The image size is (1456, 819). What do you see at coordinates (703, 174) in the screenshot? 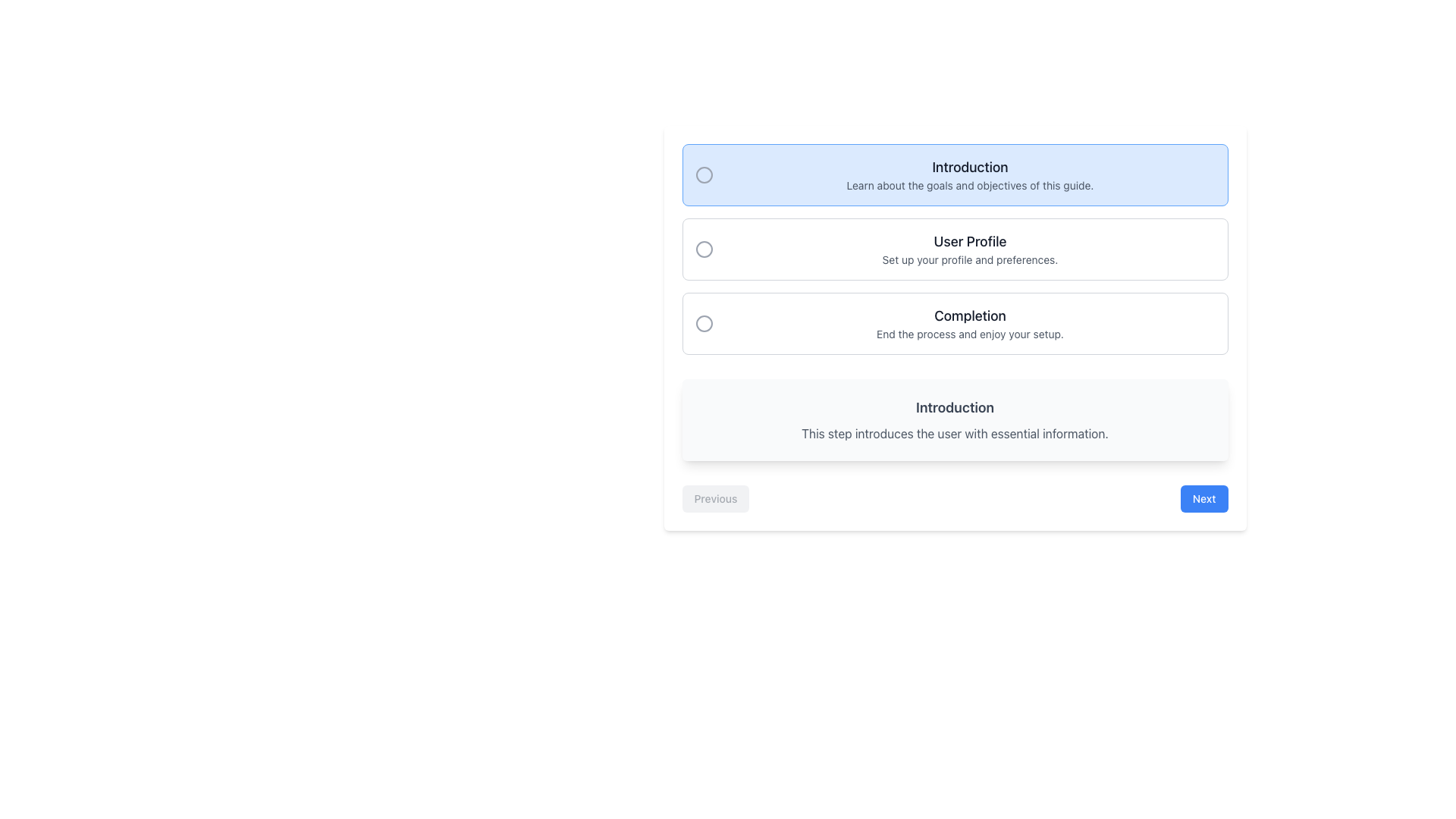
I see `the outlined gray SVG circle located to the left of the 'Introduction' text in the button-like section` at bounding box center [703, 174].